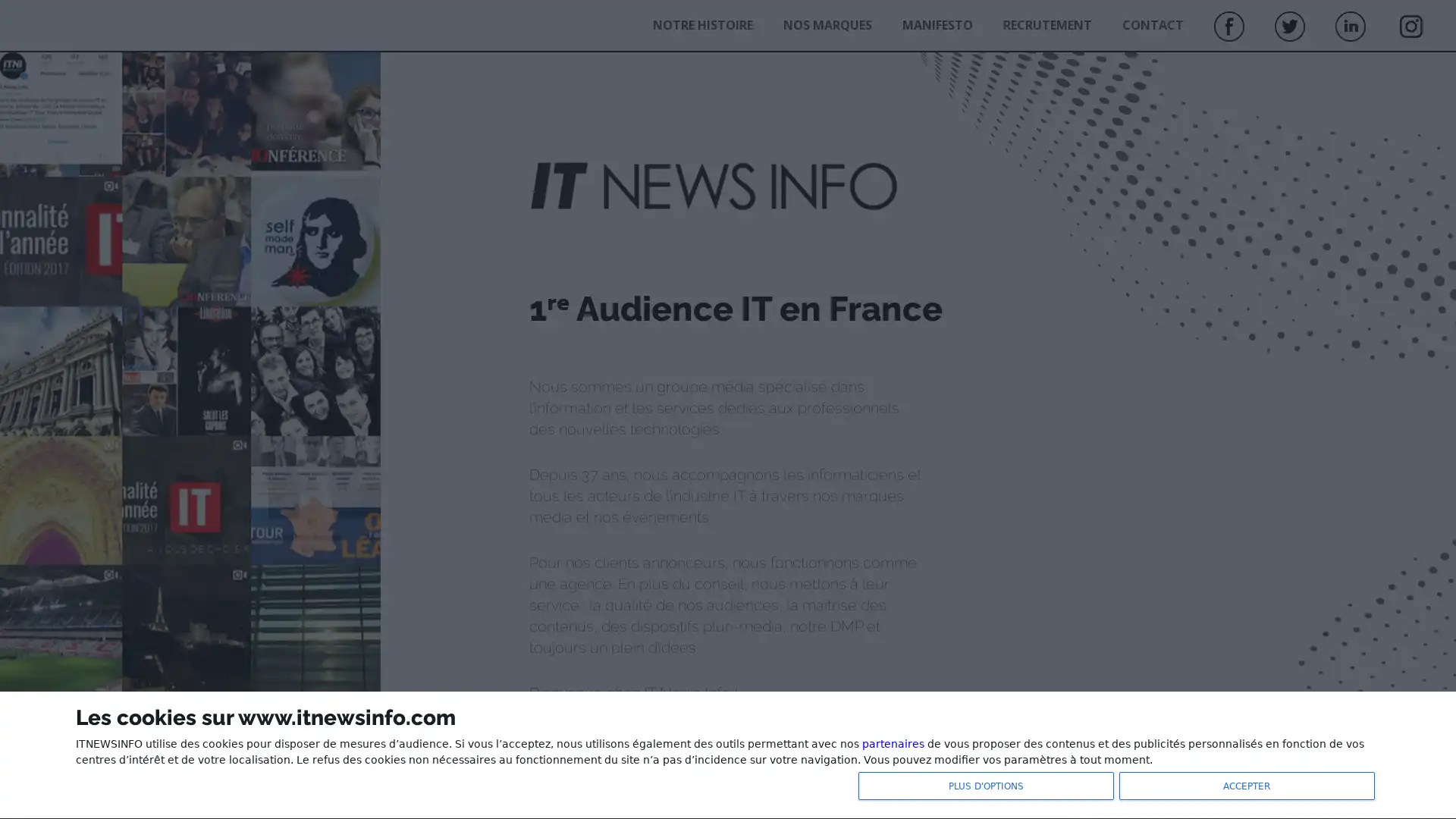 Image resolution: width=1456 pixels, height=819 pixels. Describe the element at coordinates (1244, 784) in the screenshot. I see `ACCEPTER` at that location.